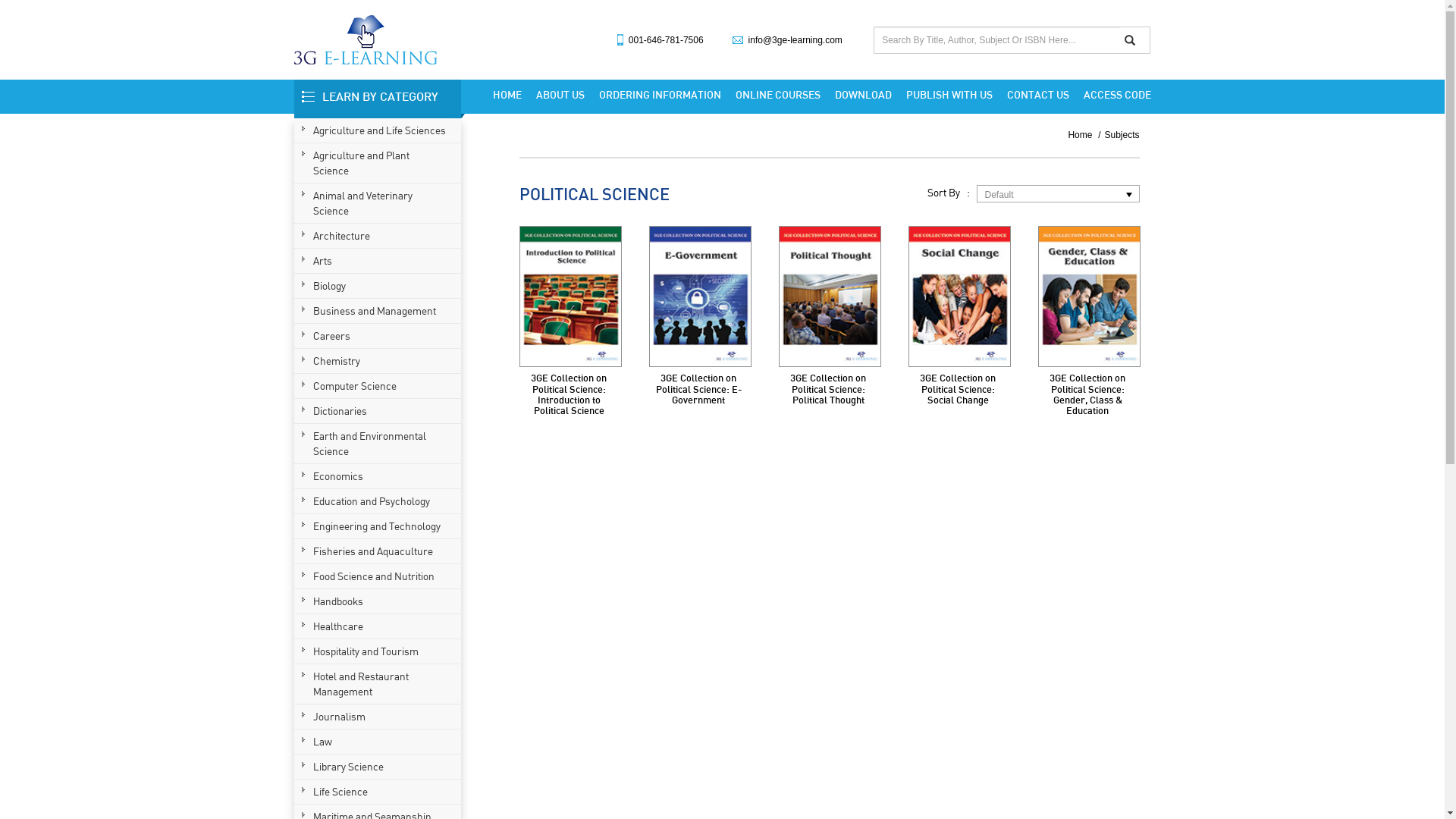  What do you see at coordinates (378, 766) in the screenshot?
I see `'Library Science'` at bounding box center [378, 766].